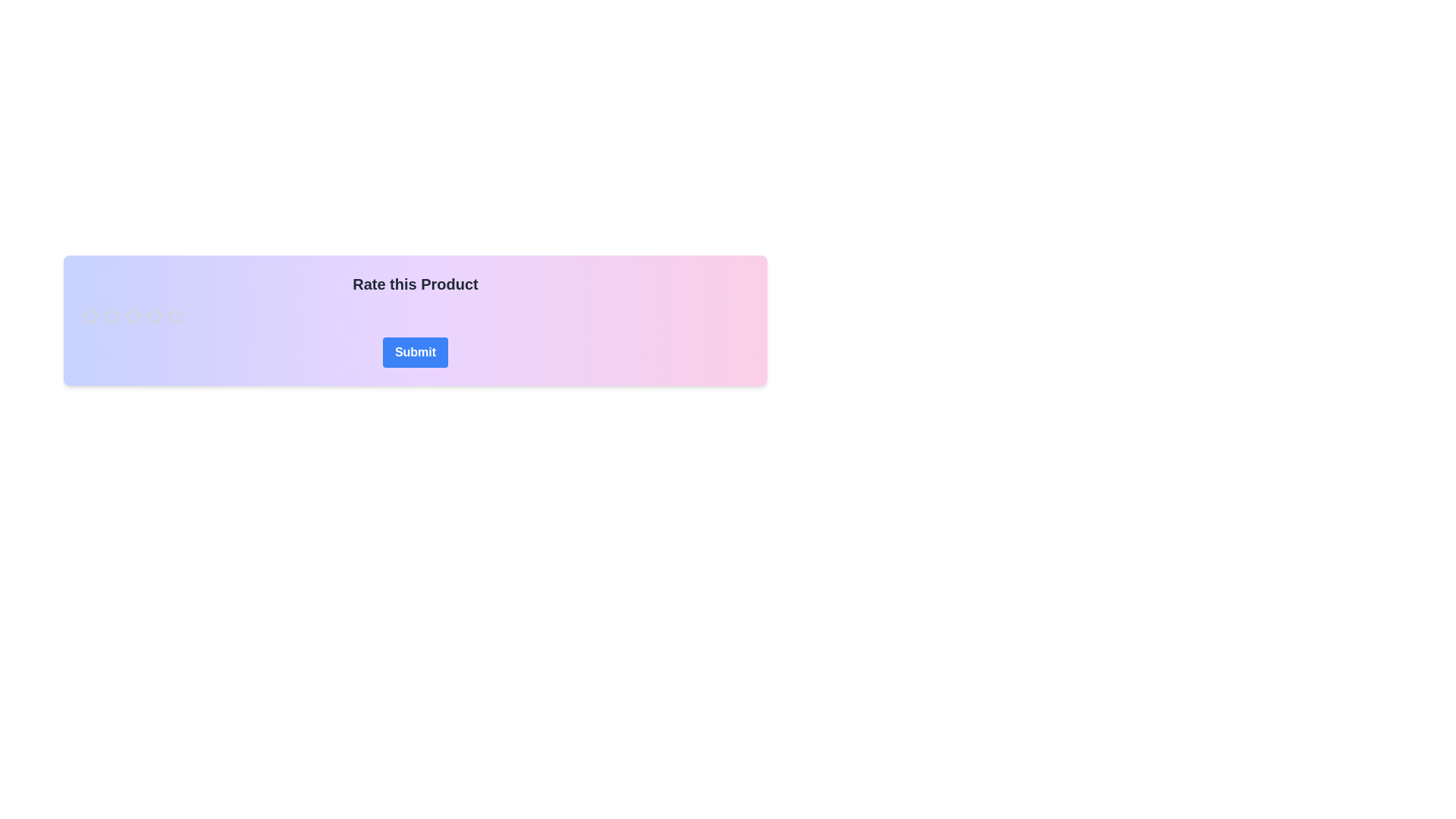 Image resolution: width=1456 pixels, height=819 pixels. What do you see at coordinates (415, 353) in the screenshot?
I see `the blue 'Submit' button with white bold text to observe hover state changes` at bounding box center [415, 353].